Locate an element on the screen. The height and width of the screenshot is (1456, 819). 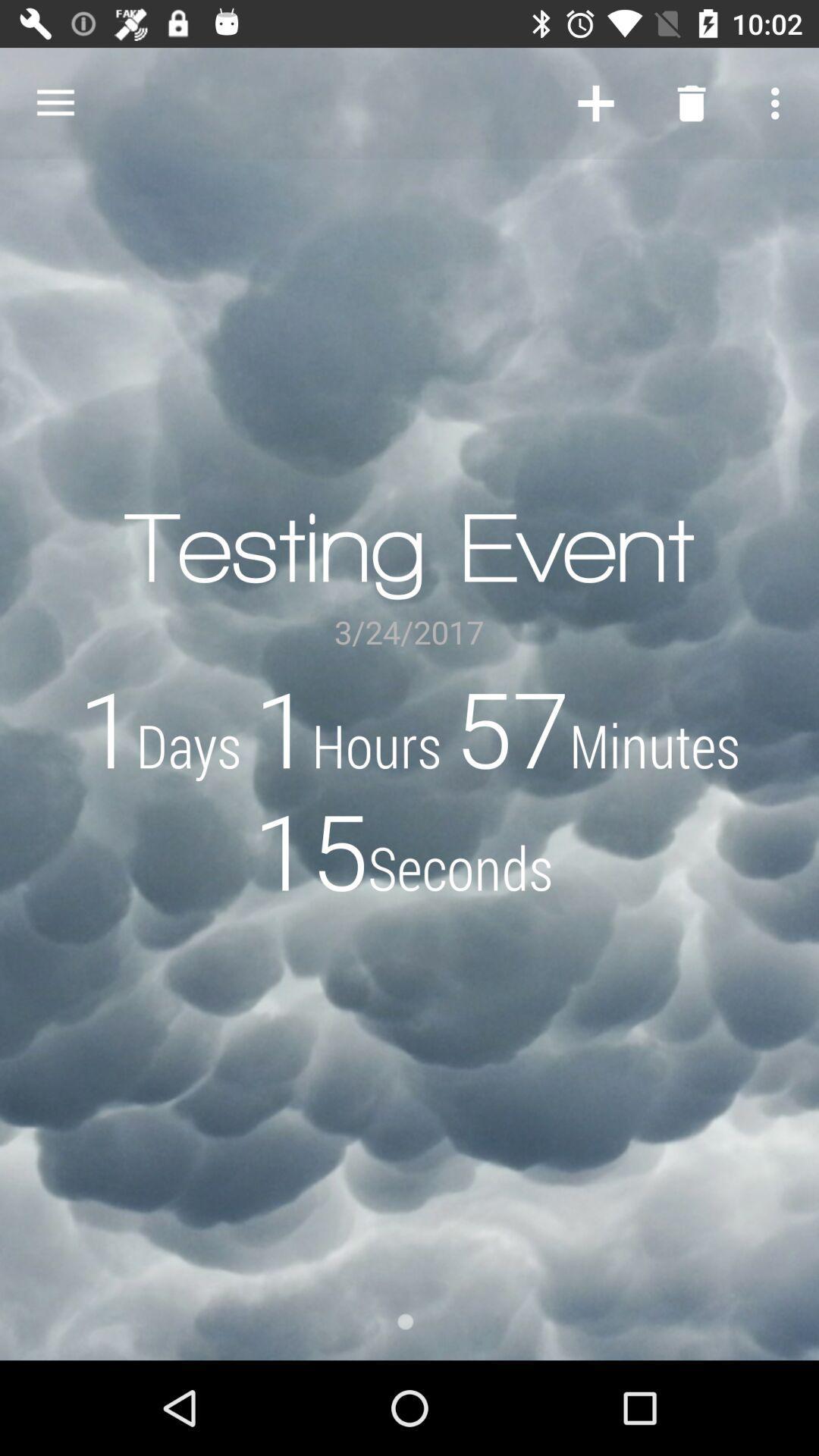
the item above the testing event item is located at coordinates (691, 102).